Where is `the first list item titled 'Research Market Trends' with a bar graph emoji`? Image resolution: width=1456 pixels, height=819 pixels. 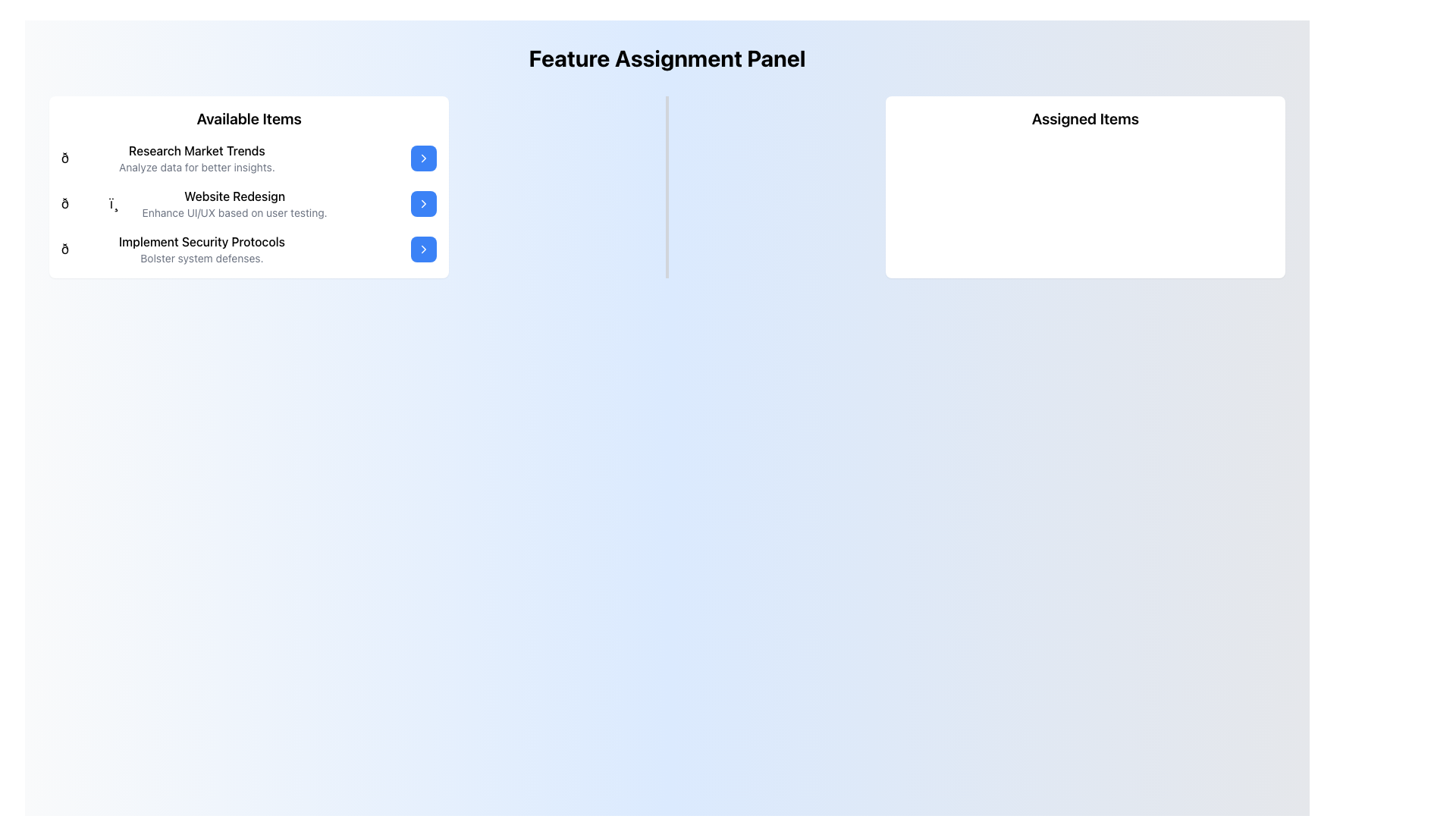 the first list item titled 'Research Market Trends' with a bar graph emoji is located at coordinates (168, 158).